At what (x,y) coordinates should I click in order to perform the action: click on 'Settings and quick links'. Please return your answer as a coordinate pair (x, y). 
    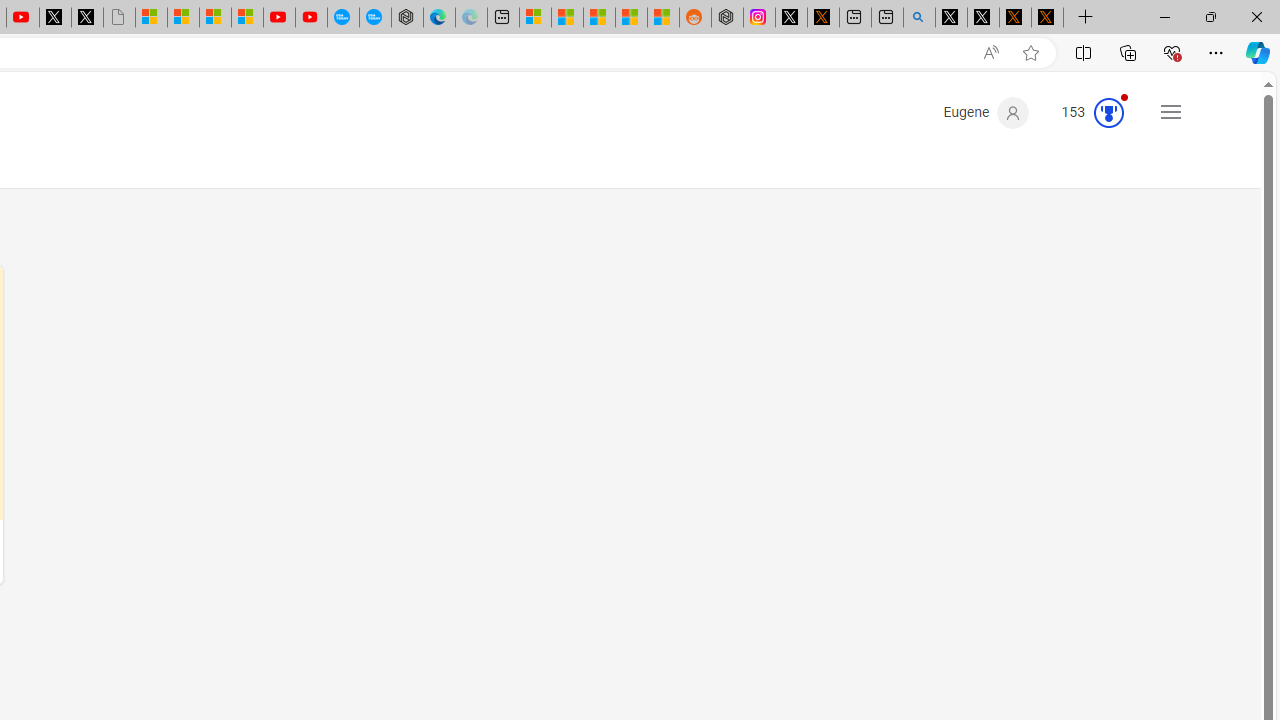
    Looking at the image, I should click on (1171, 111).